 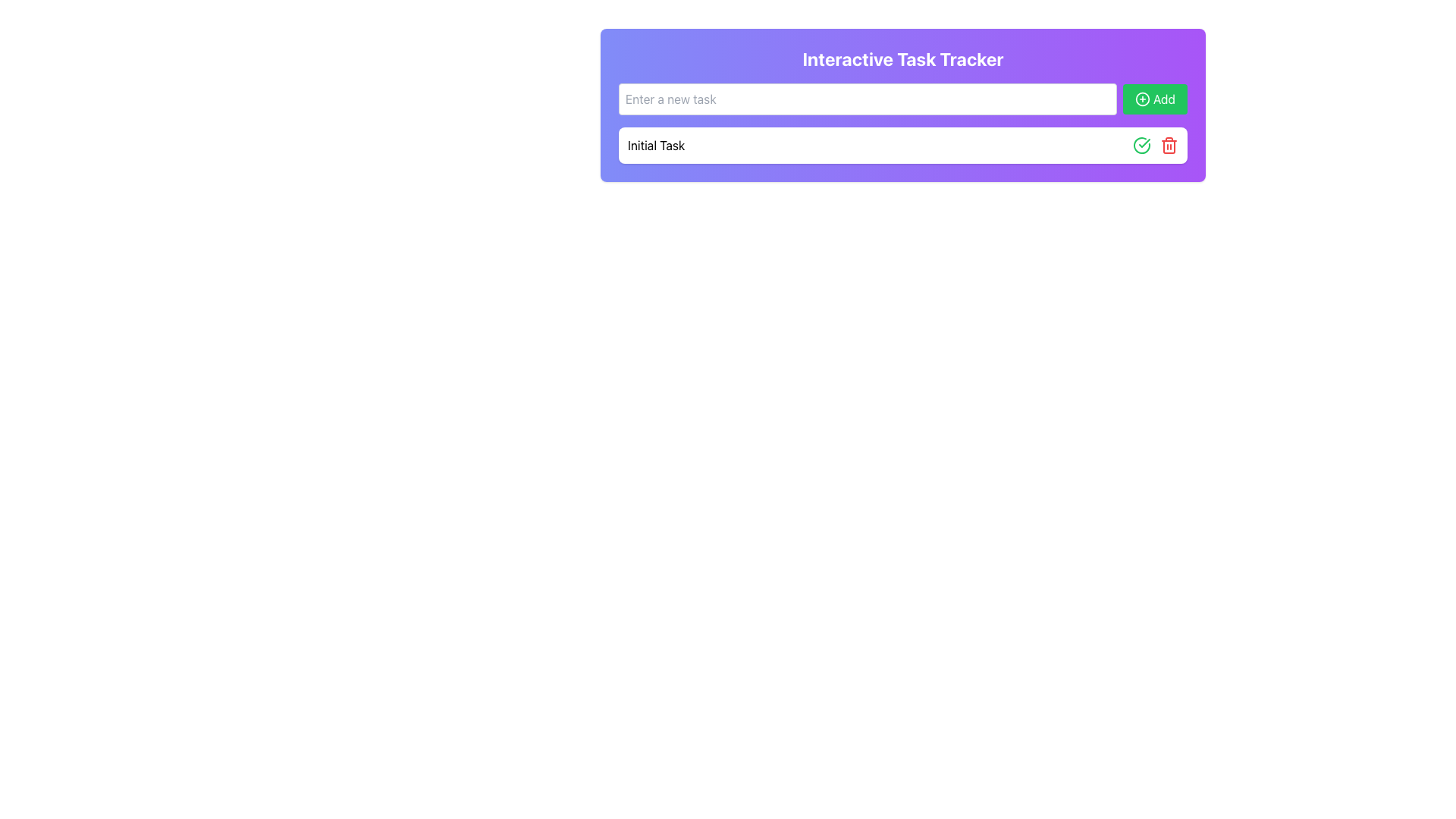 I want to click on the 'Add' icon located on the left side of the green 'Add' button in the task input section, so click(x=1143, y=99).